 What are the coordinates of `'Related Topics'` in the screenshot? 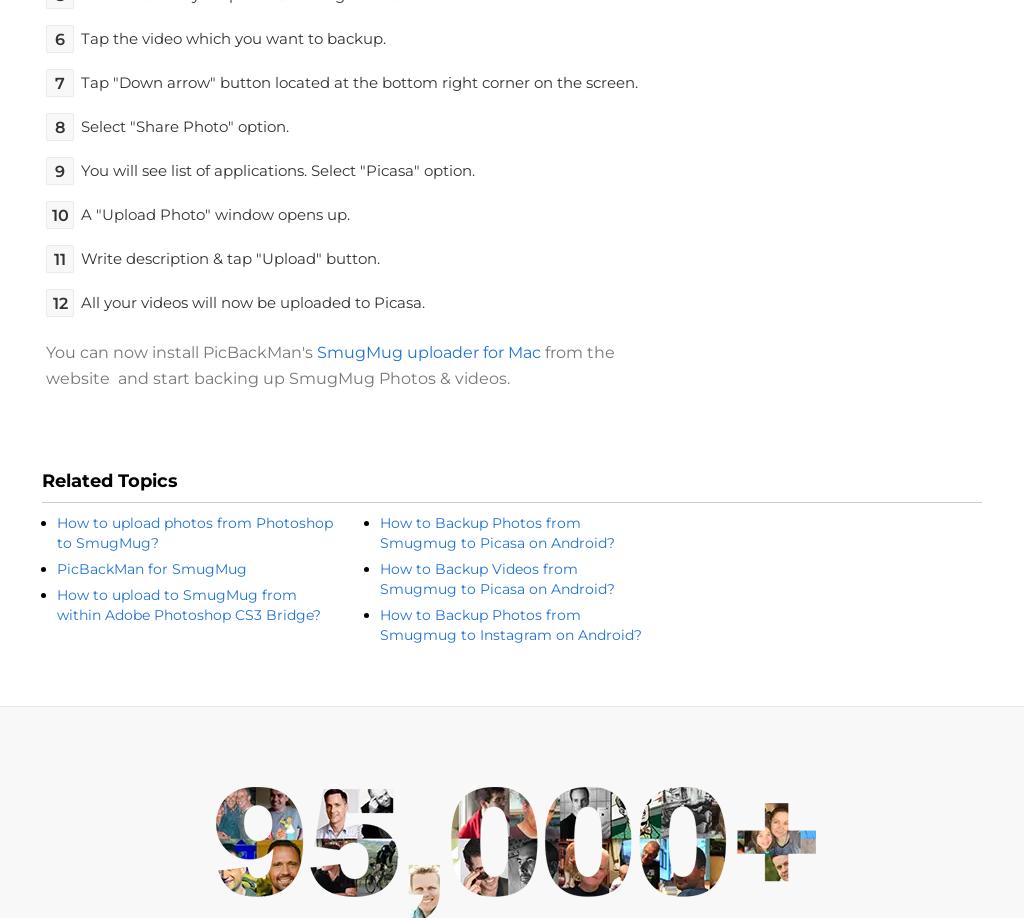 It's located at (41, 481).